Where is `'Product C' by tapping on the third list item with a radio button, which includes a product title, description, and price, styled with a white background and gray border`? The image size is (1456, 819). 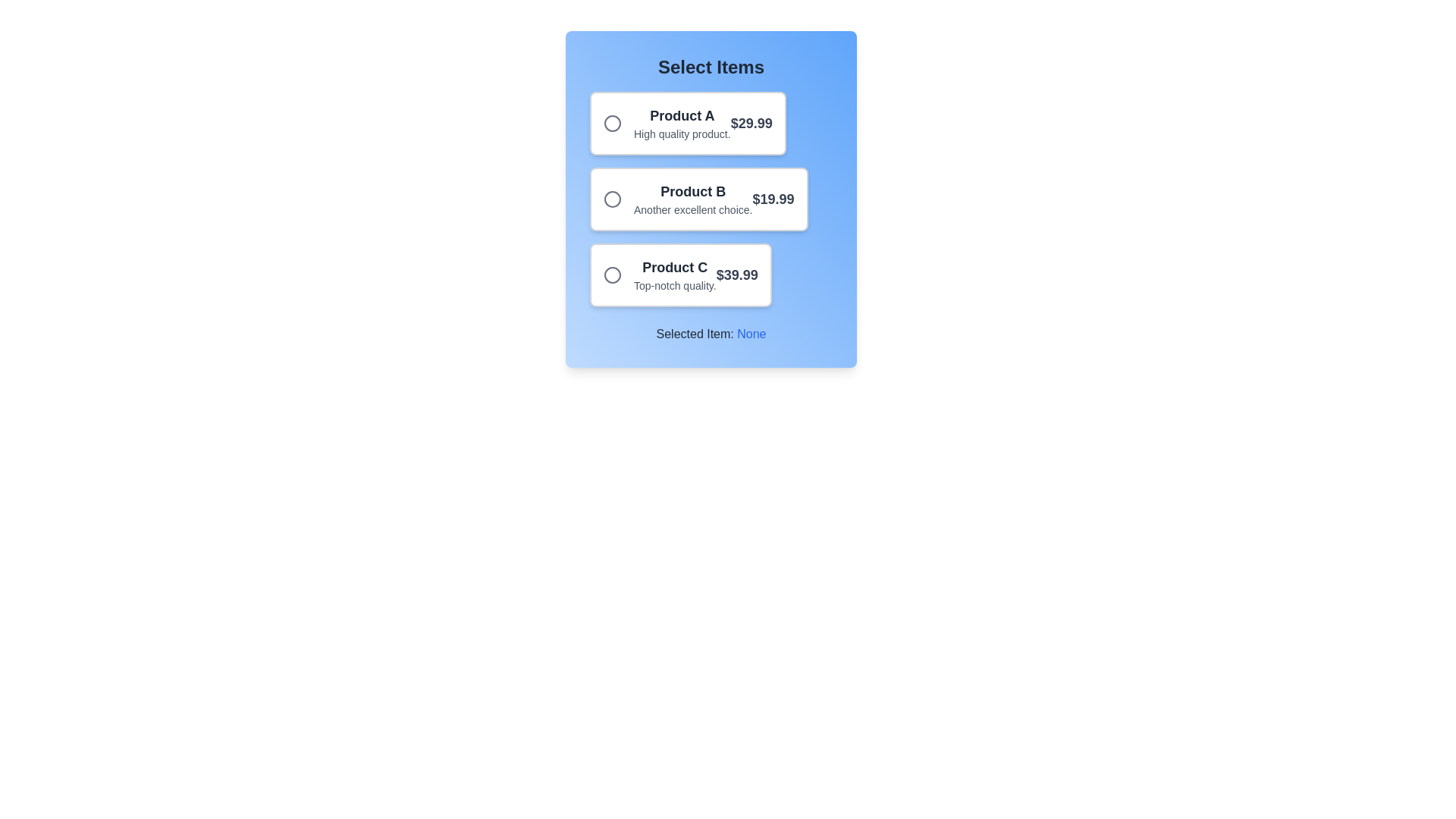
'Product C' by tapping on the third list item with a radio button, which includes a product title, description, and price, styled with a white background and gray border is located at coordinates (679, 275).